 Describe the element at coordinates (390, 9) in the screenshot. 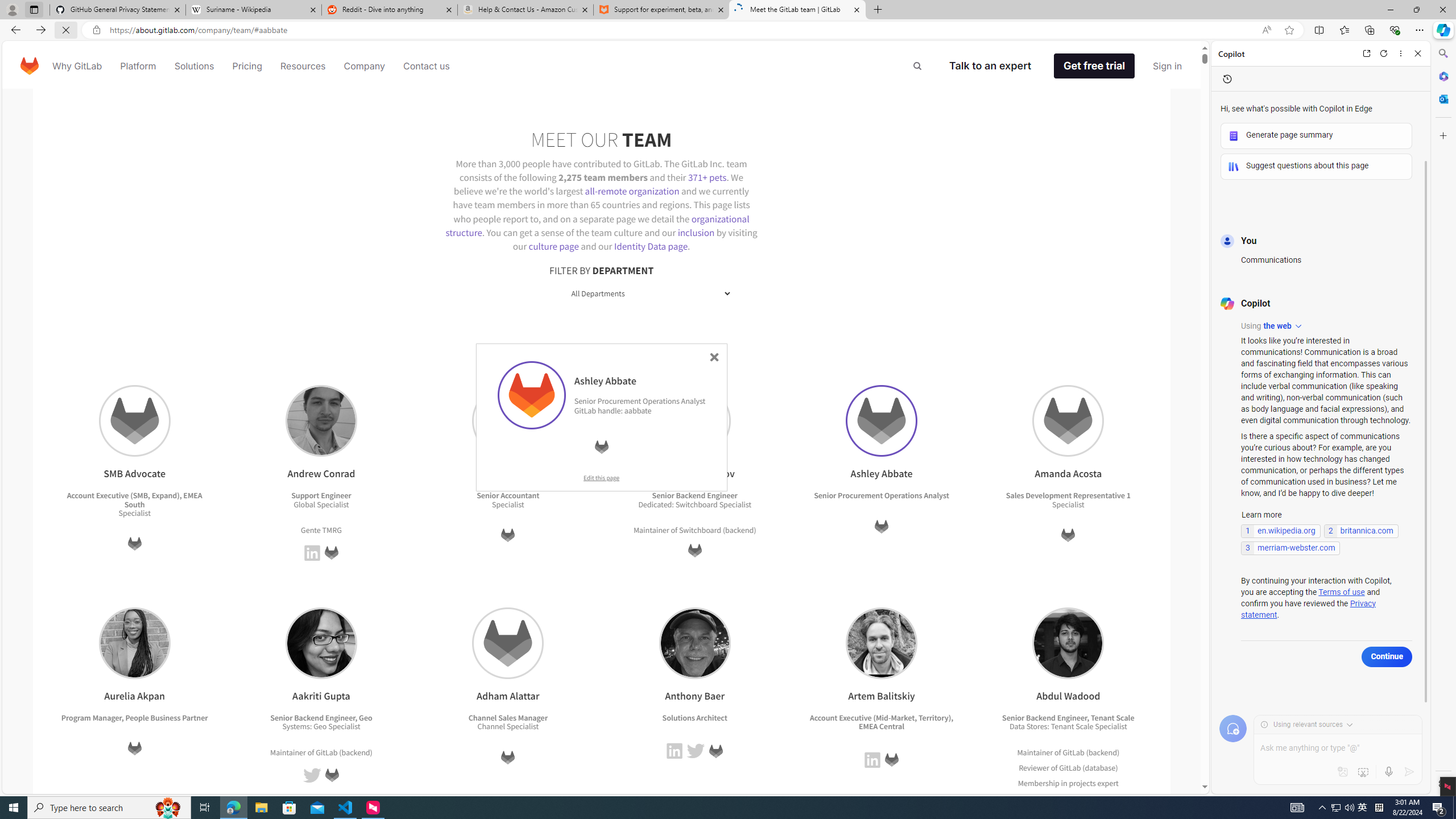

I see `'Reddit - Dive into anything'` at that location.